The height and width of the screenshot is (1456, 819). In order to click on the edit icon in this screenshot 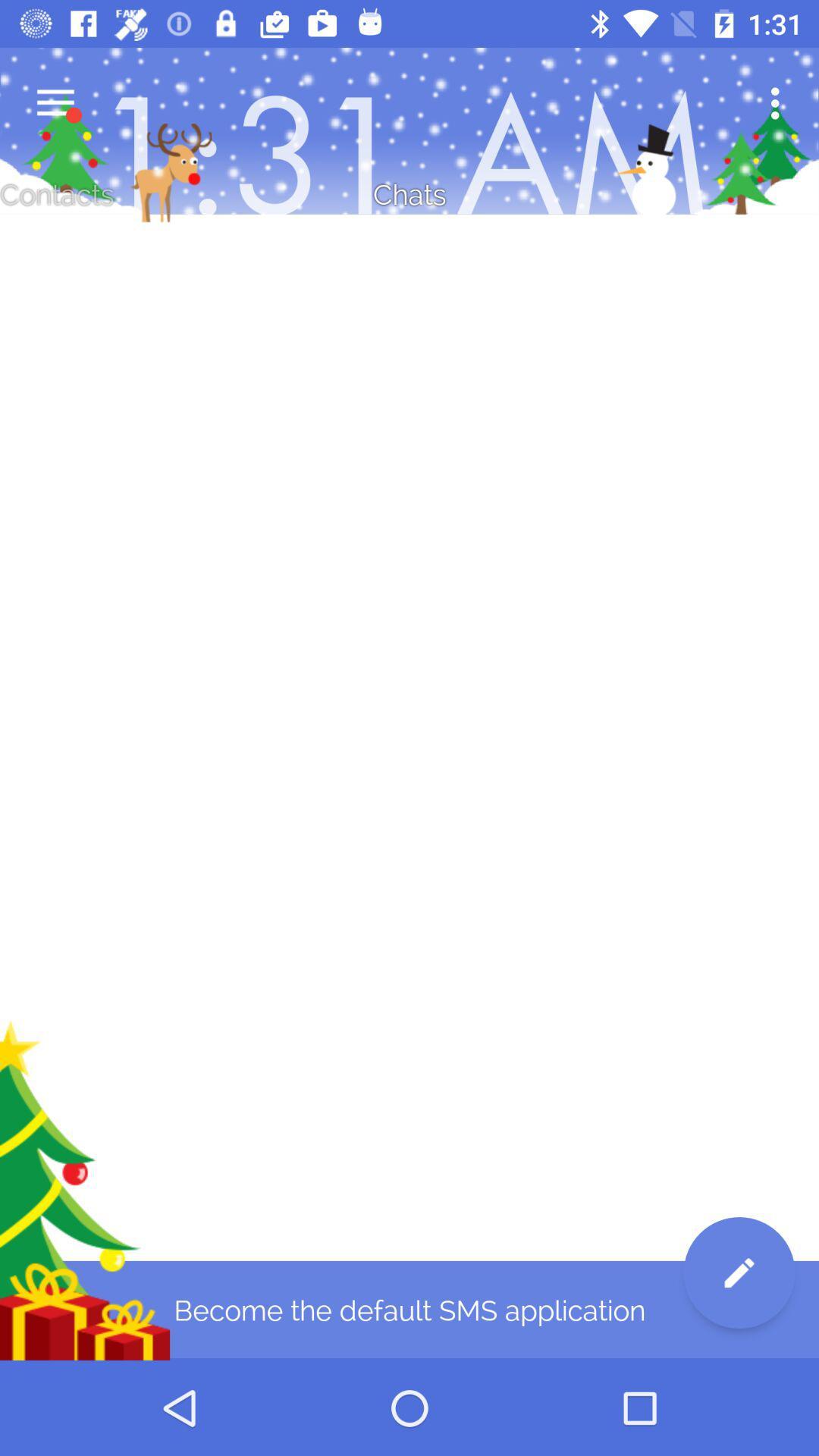, I will do `click(739, 1272)`.